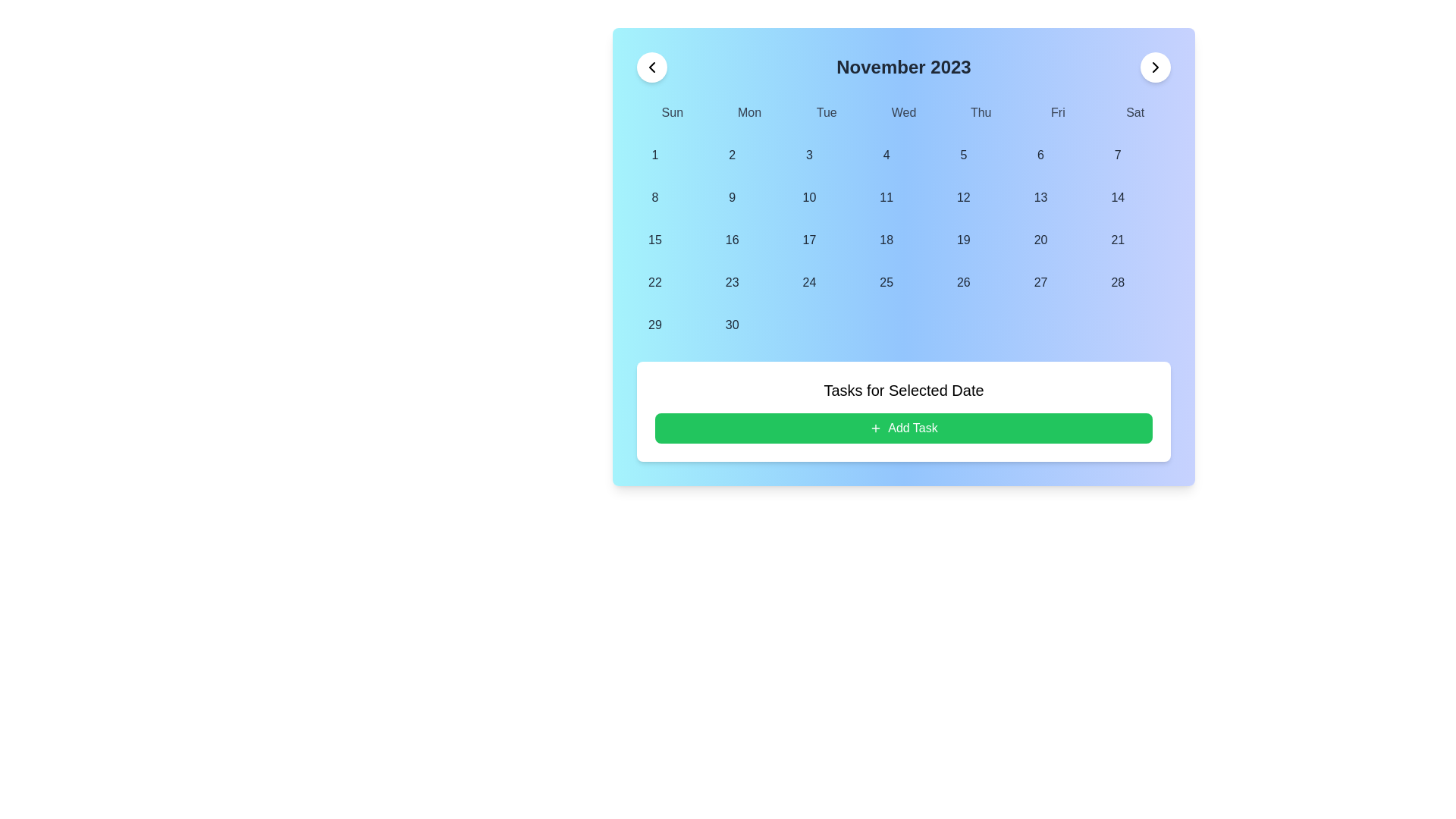 The image size is (1456, 819). What do you see at coordinates (903, 428) in the screenshot?
I see `the button labeled 'Add Task' within the 'Tasks for Selected Date' section` at bounding box center [903, 428].